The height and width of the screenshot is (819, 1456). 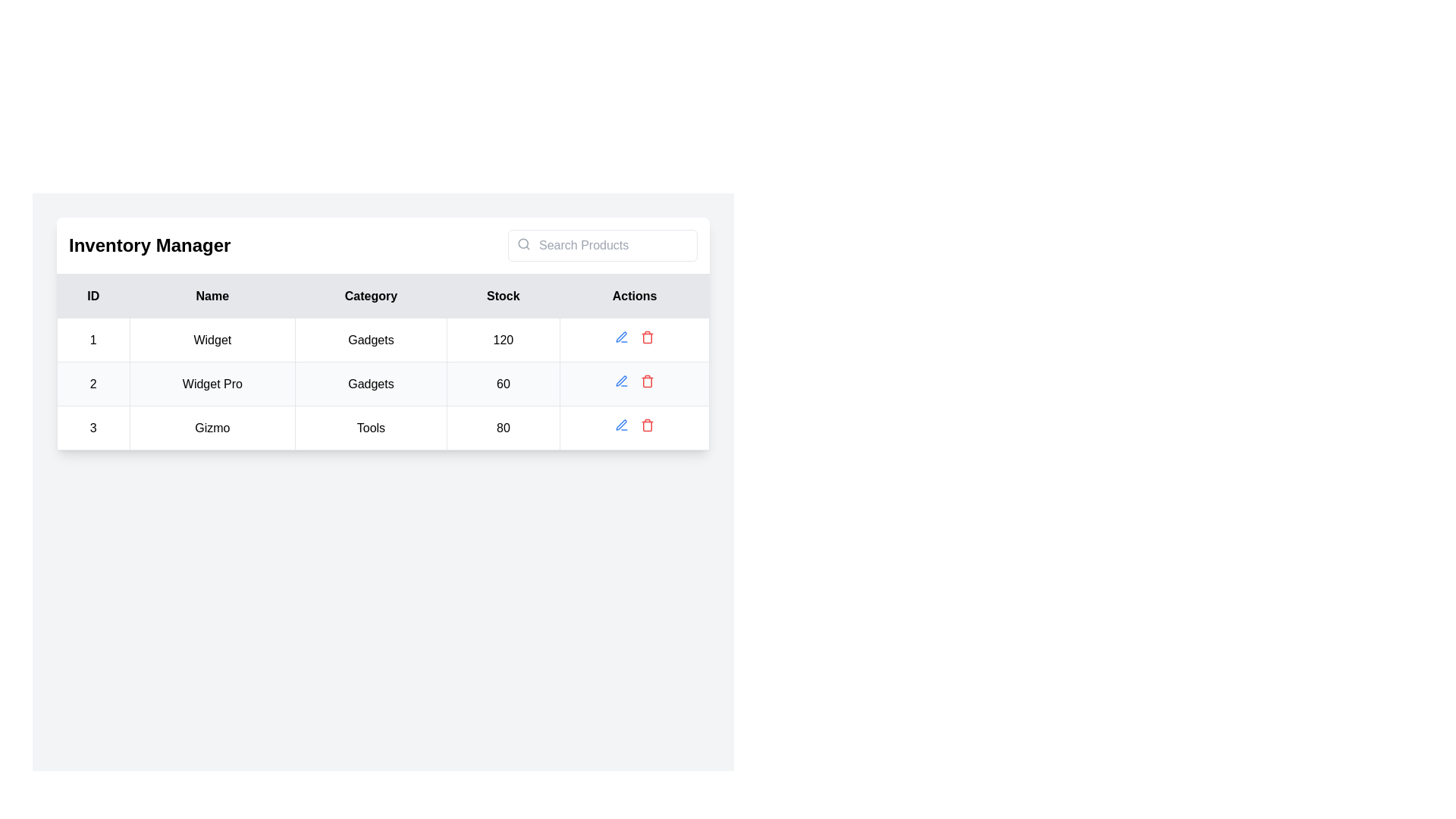 I want to click on the 'Category' column header of the table, which is the third column header located between the 'Name' and 'Stock' column headers, so click(x=383, y=296).